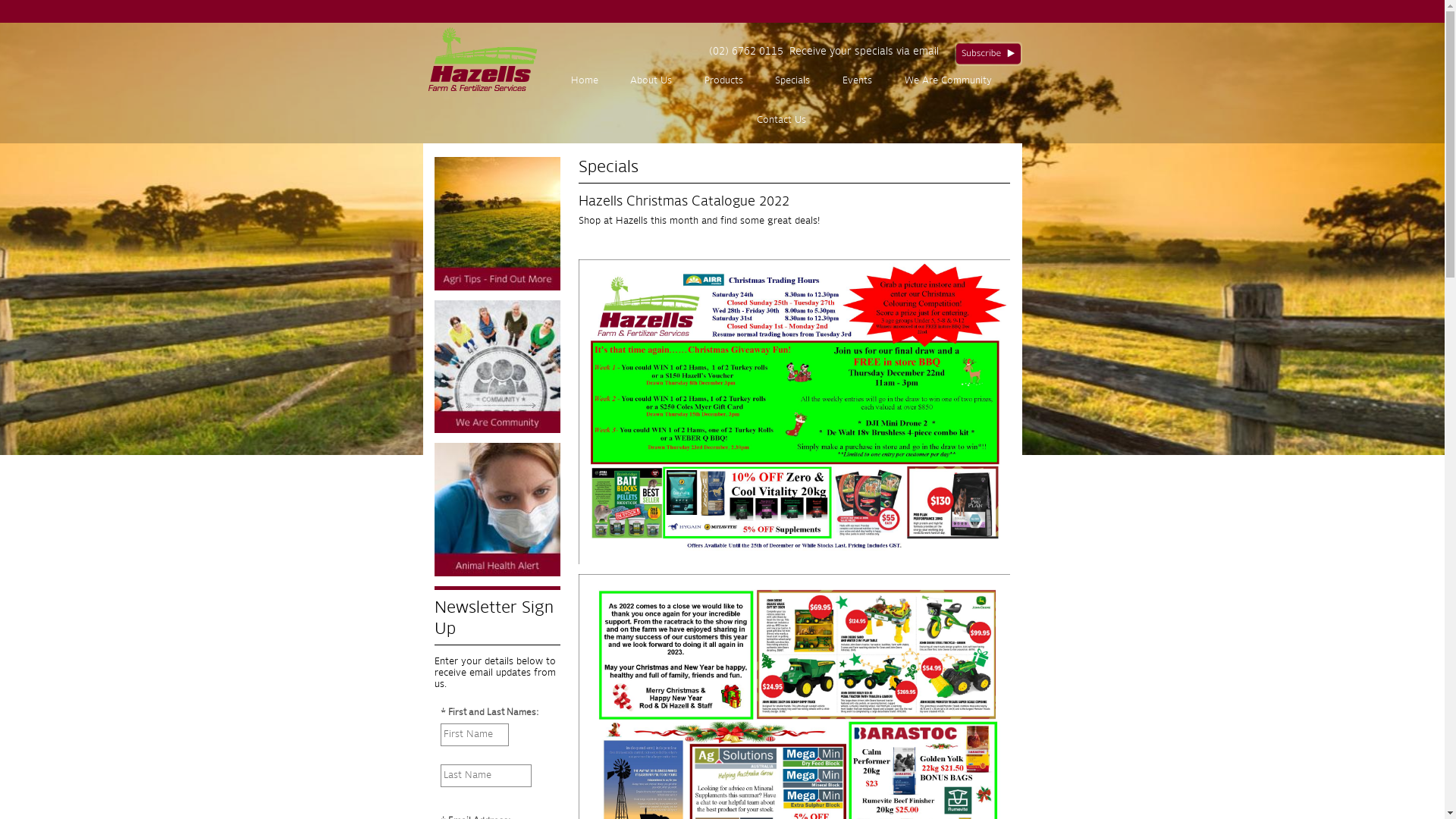 This screenshot has width=1456, height=819. I want to click on 'Events', so click(858, 81).